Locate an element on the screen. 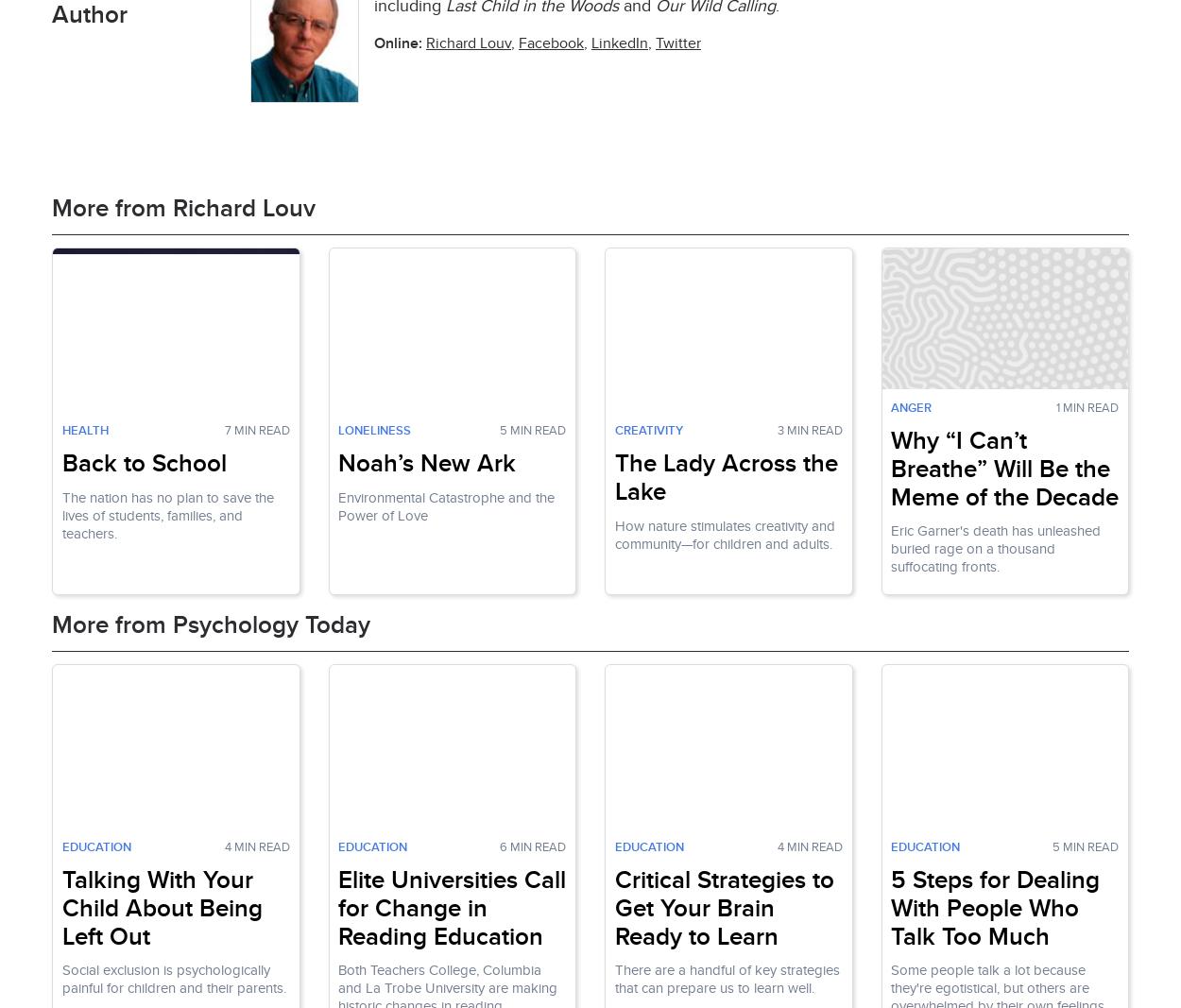 The image size is (1181, 1008). 'Creativity' is located at coordinates (614, 429).